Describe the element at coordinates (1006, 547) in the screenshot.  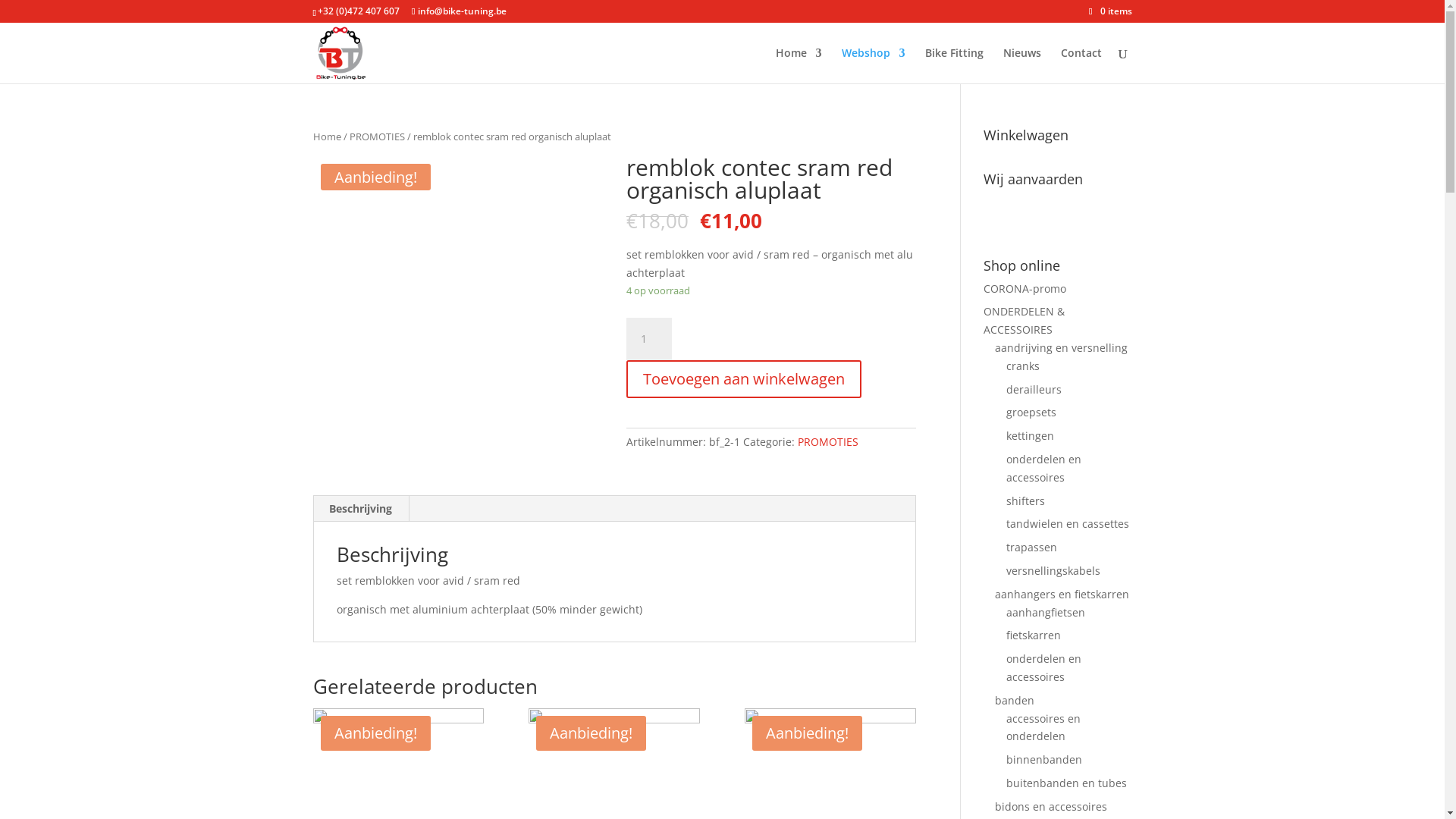
I see `'trapassen'` at that location.